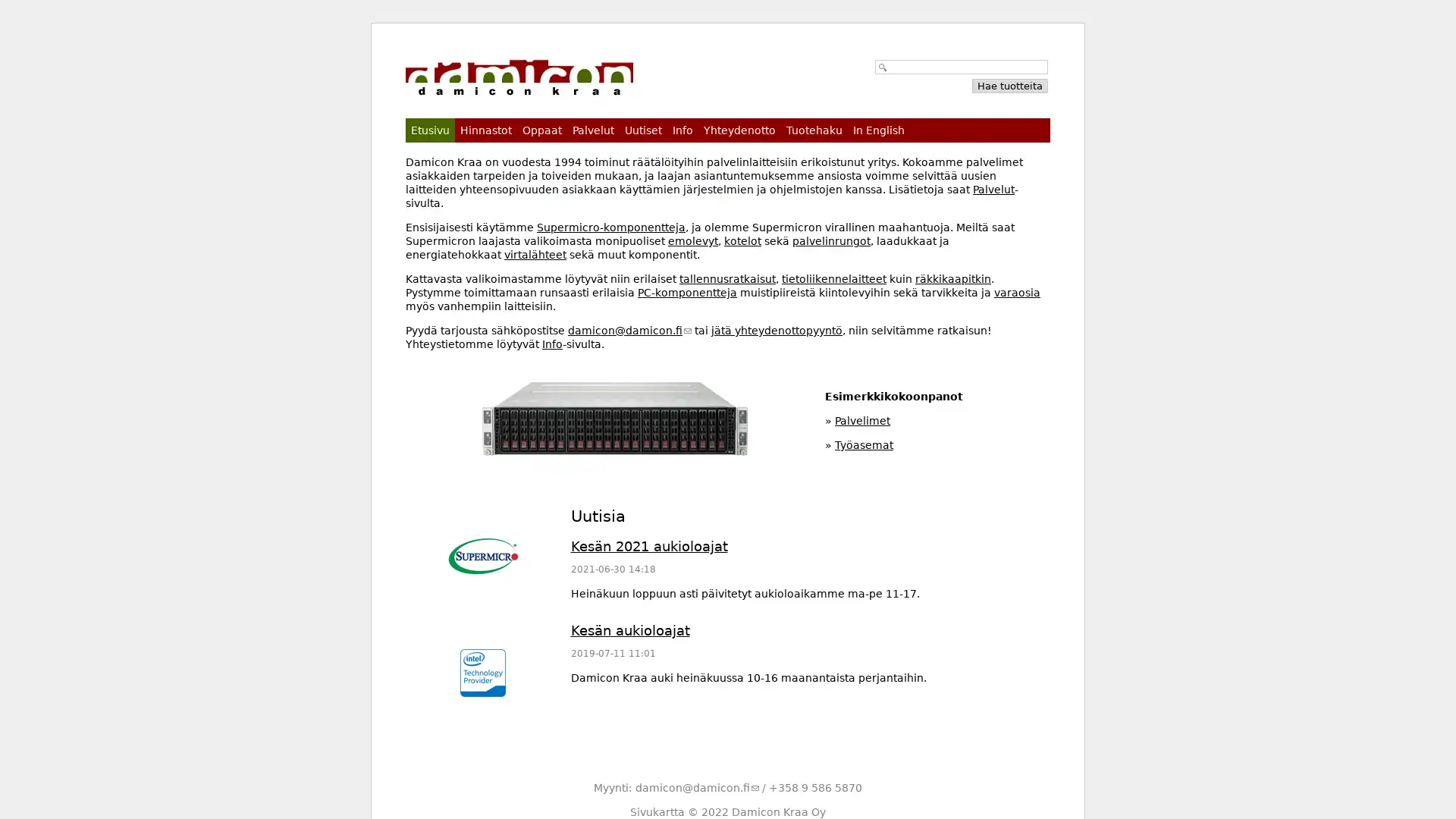 The width and height of the screenshot is (1456, 819). What do you see at coordinates (1010, 86) in the screenshot?
I see `Hae tuotteita` at bounding box center [1010, 86].